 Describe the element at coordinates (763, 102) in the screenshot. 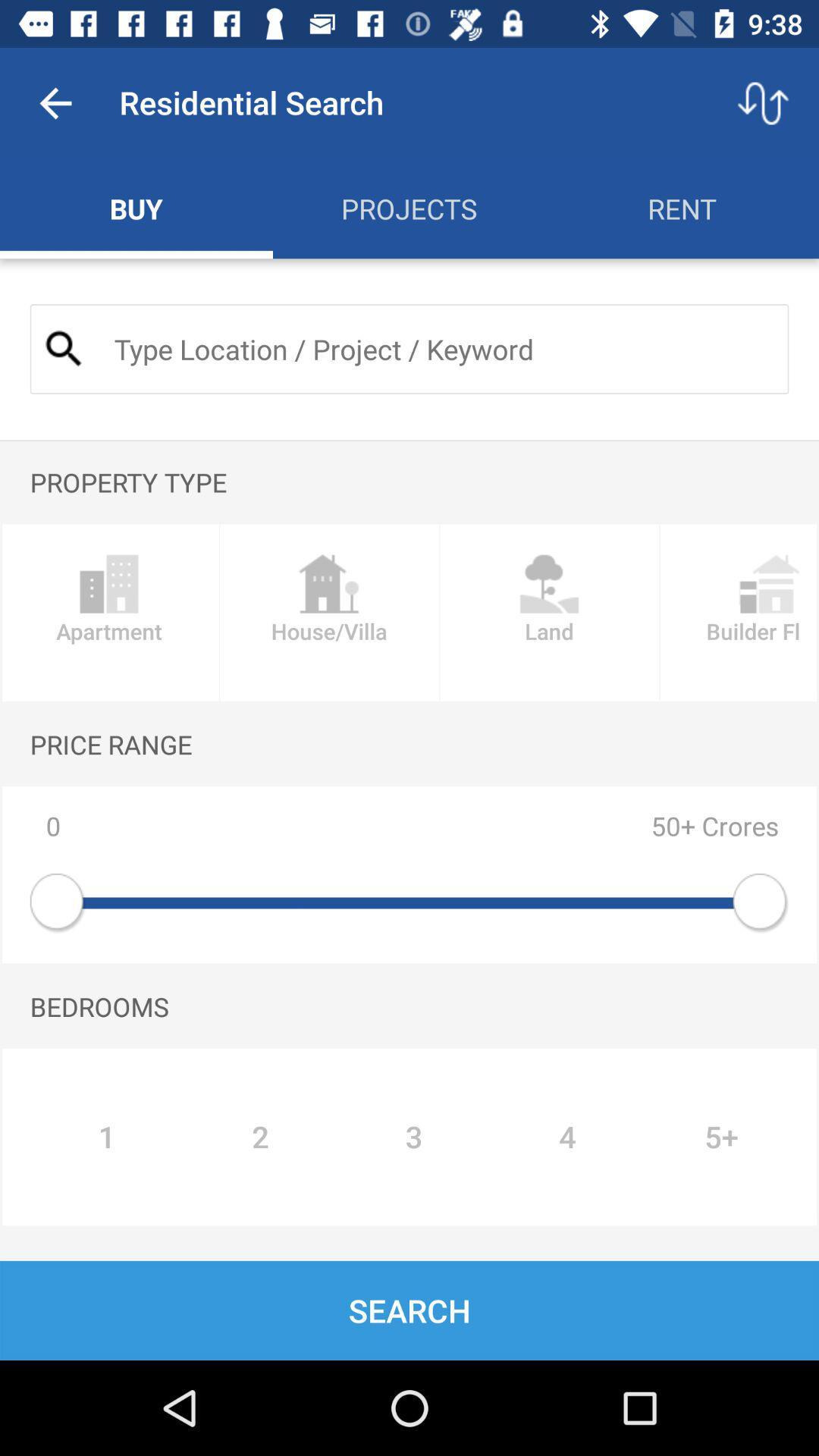

I see `the item next to residential search	 item` at that location.